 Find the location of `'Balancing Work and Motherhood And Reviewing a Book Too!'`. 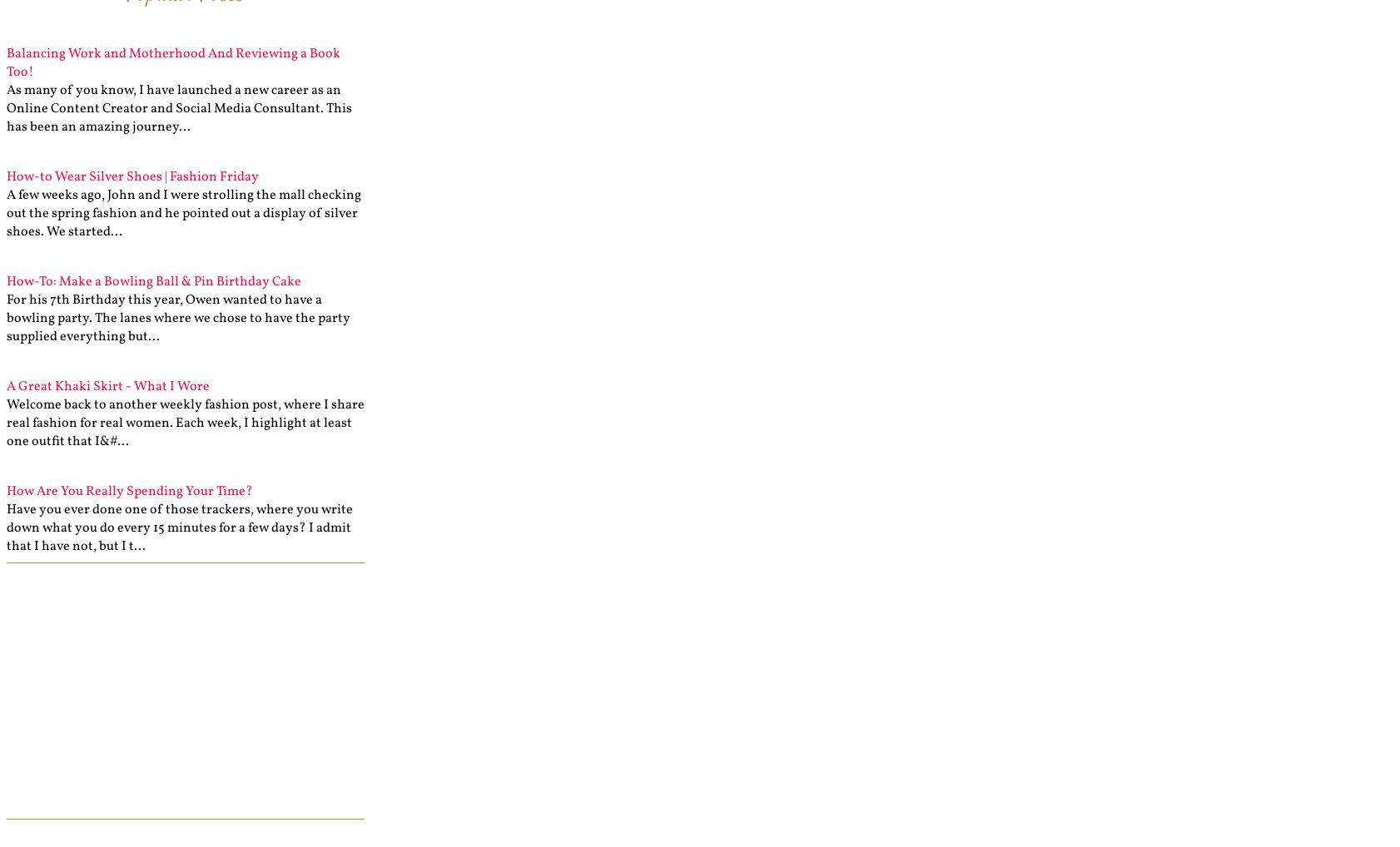

'Balancing Work and Motherhood And Reviewing a Book Too!' is located at coordinates (172, 63).